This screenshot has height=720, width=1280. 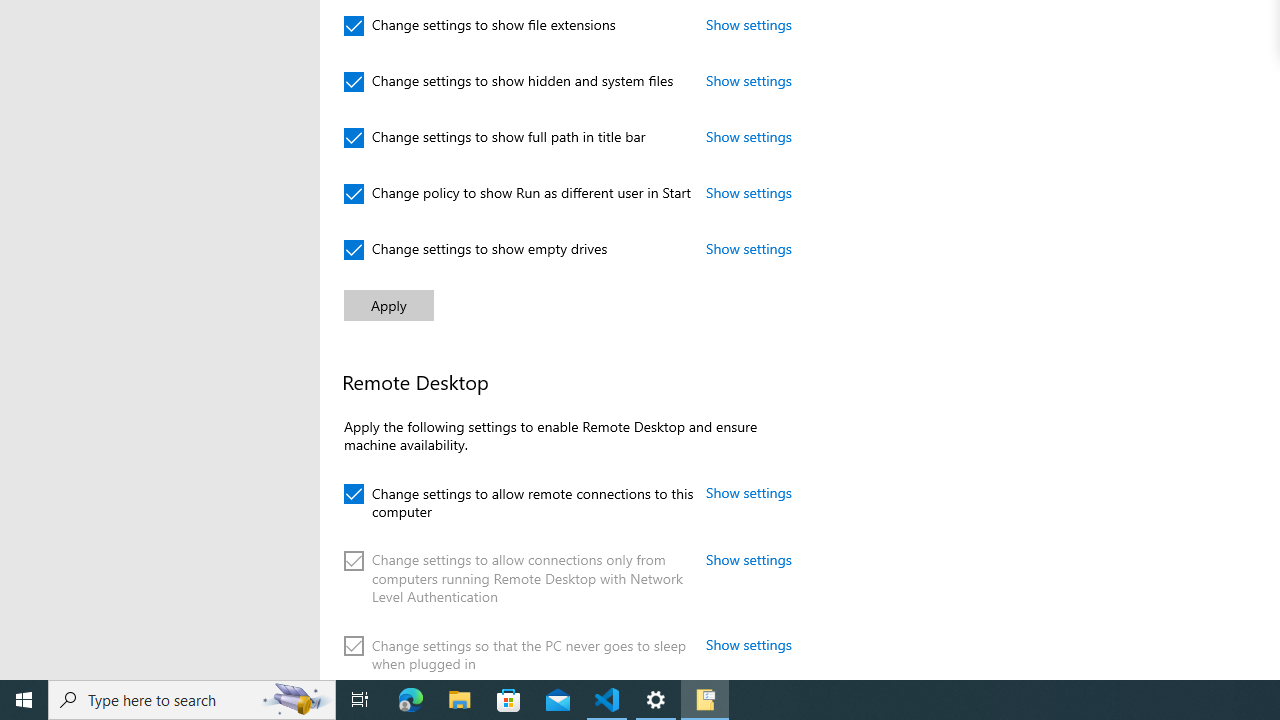 I want to click on 'Settings - 1 running window', so click(x=656, y=698).